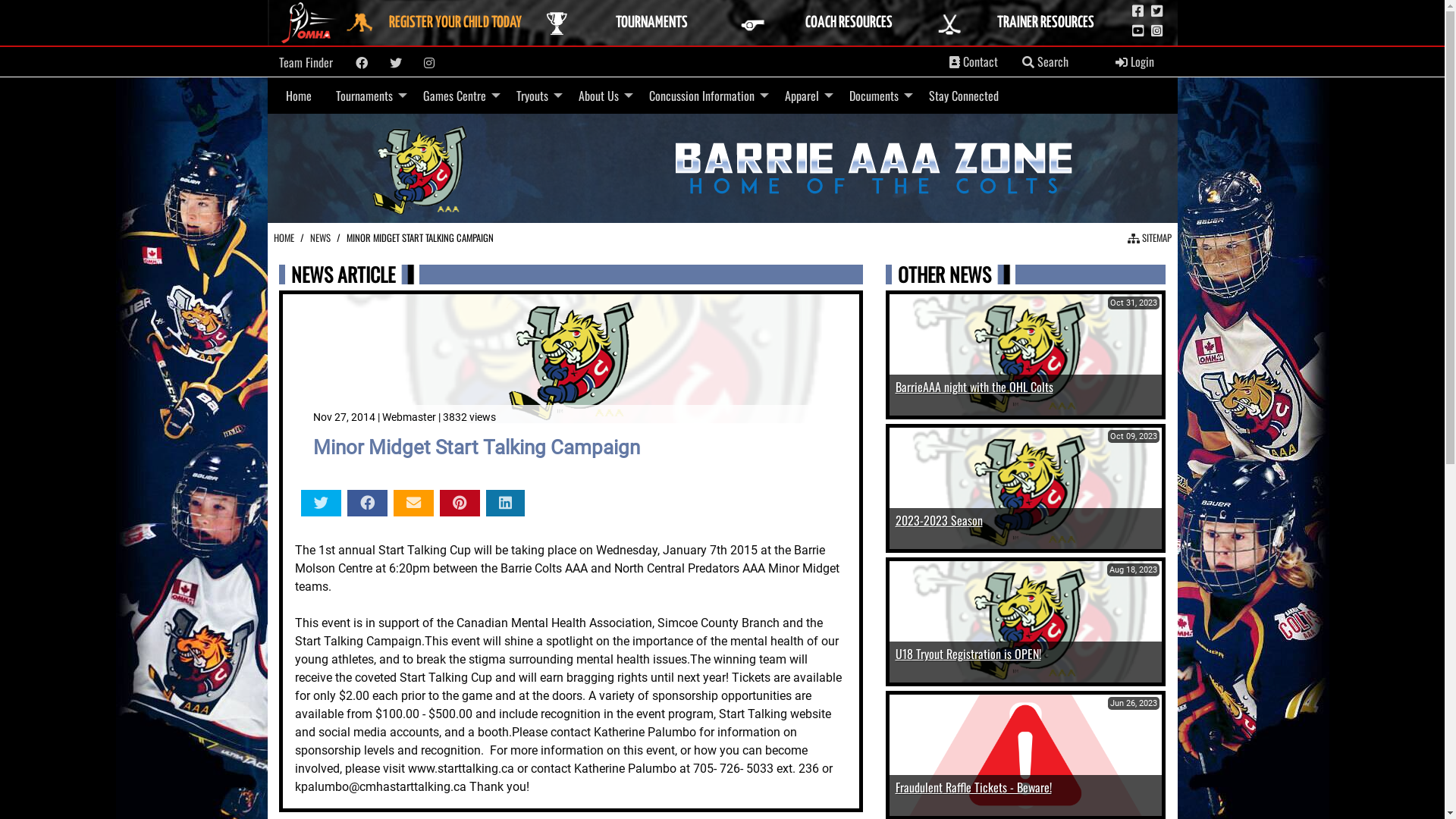 The height and width of the screenshot is (819, 1456). Describe the element at coordinates (1134, 61) in the screenshot. I see `' Login'` at that location.